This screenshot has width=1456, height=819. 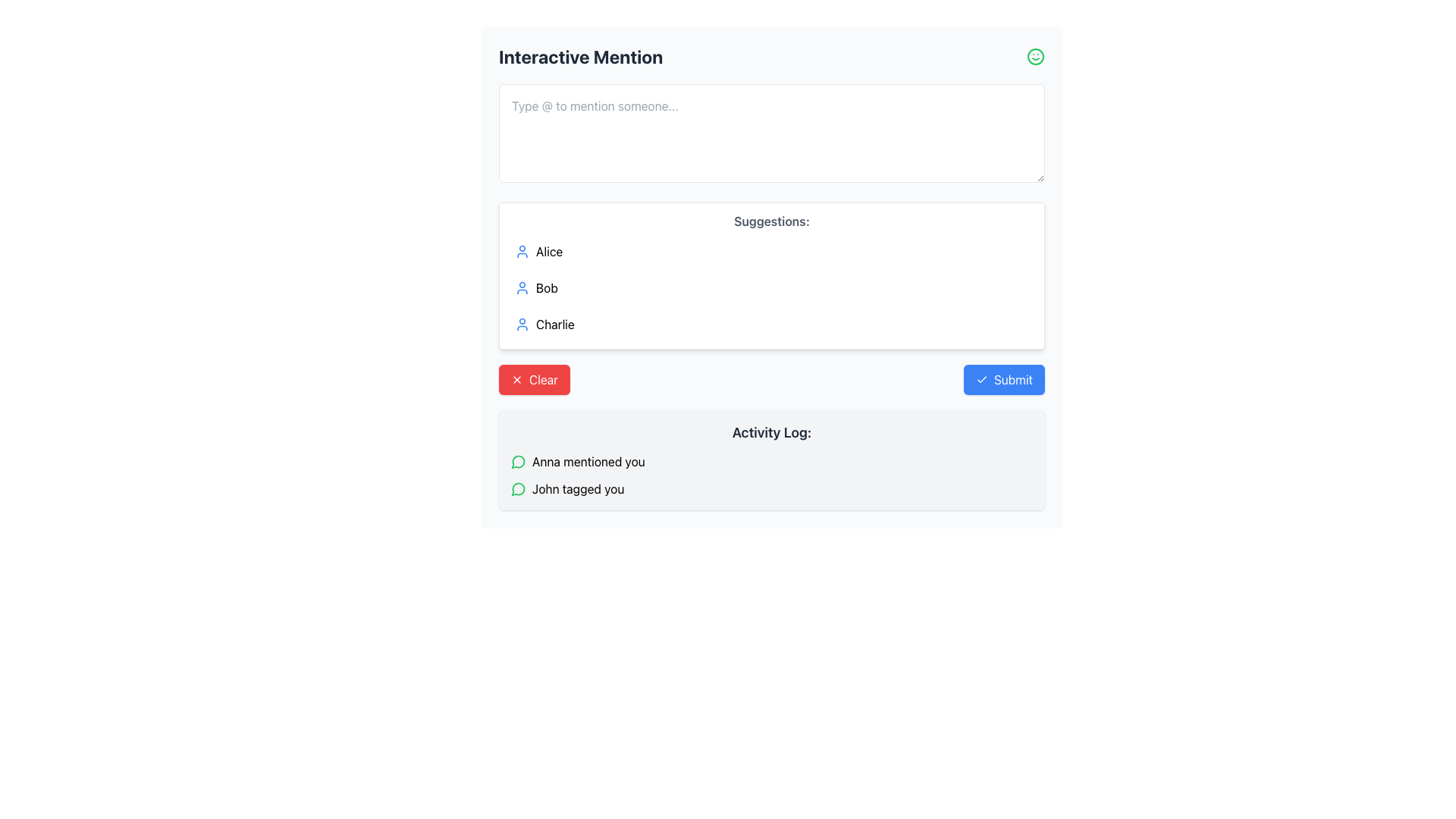 What do you see at coordinates (577, 488) in the screenshot?
I see `the second list item in the 'Activity Log' section that displays the notification 'John tagged you'` at bounding box center [577, 488].